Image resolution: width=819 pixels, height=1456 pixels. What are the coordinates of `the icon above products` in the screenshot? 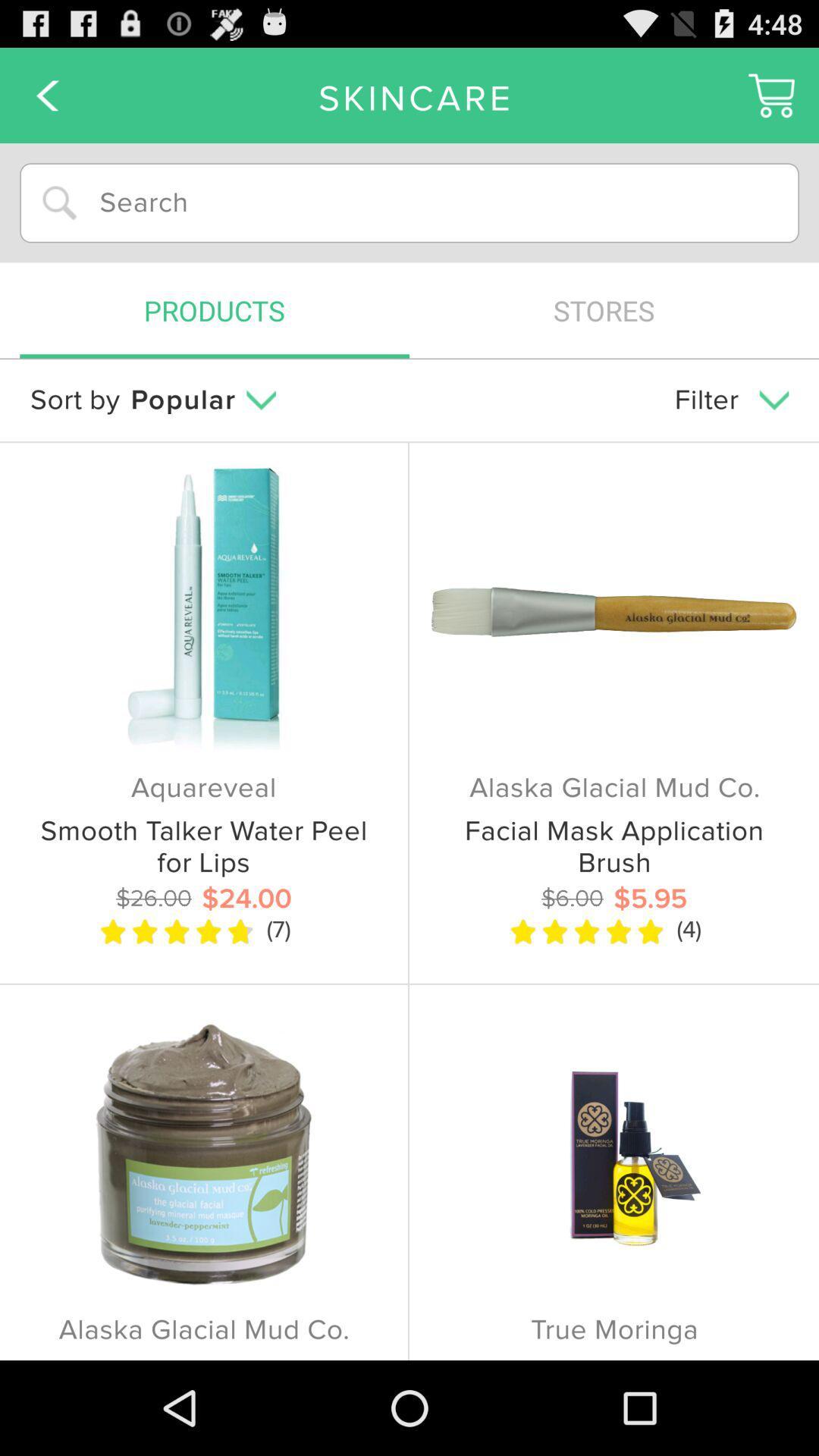 It's located at (409, 202).